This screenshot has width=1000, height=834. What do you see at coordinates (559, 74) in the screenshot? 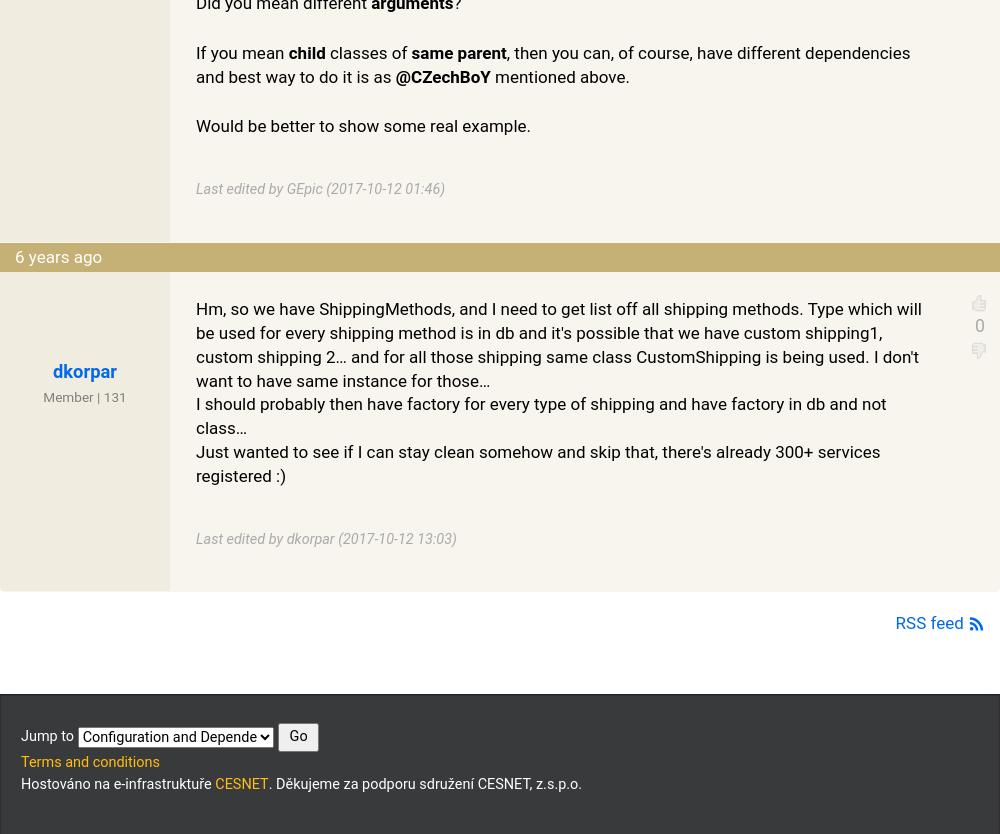
I see `'mentioned above.'` at bounding box center [559, 74].